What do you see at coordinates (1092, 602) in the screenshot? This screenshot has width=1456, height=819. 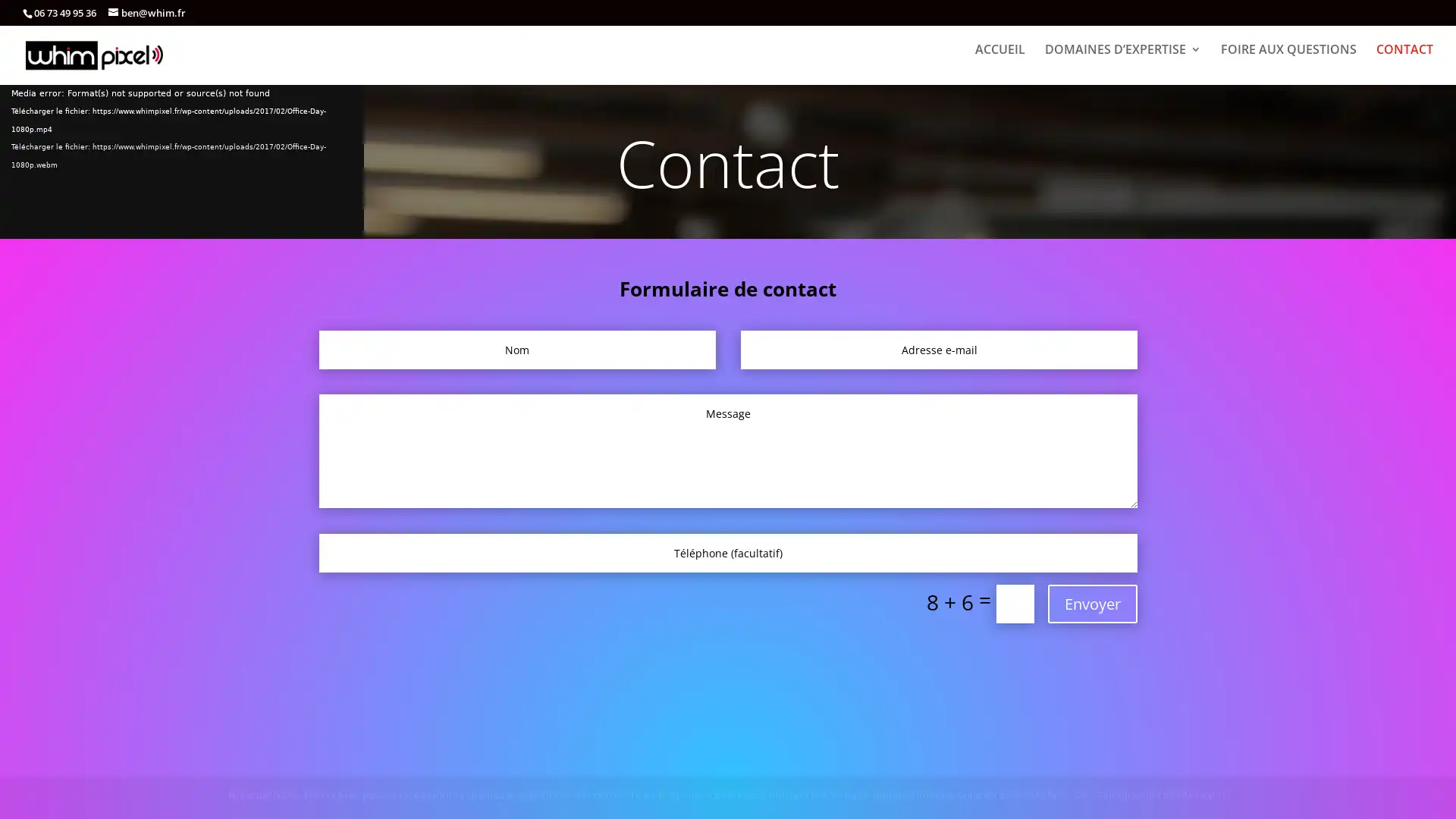 I see `Envoyer` at bounding box center [1092, 602].